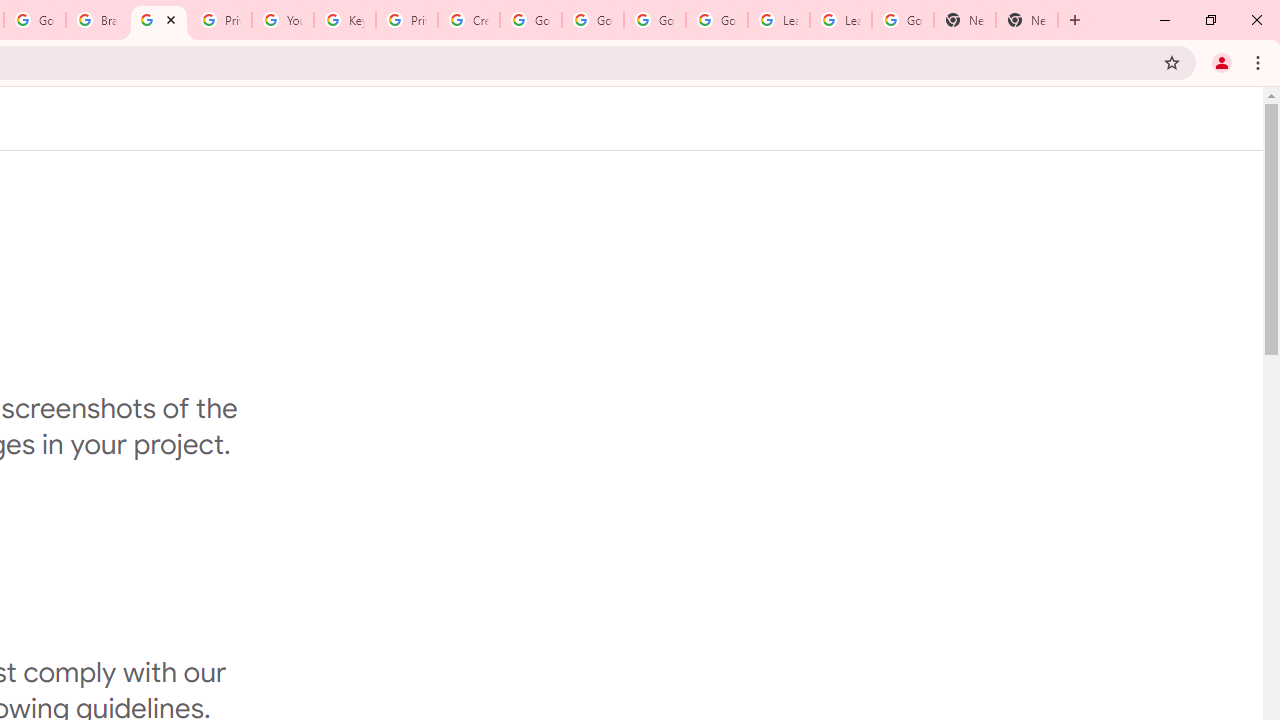  Describe the element at coordinates (902, 20) in the screenshot. I see `'Google Account'` at that location.